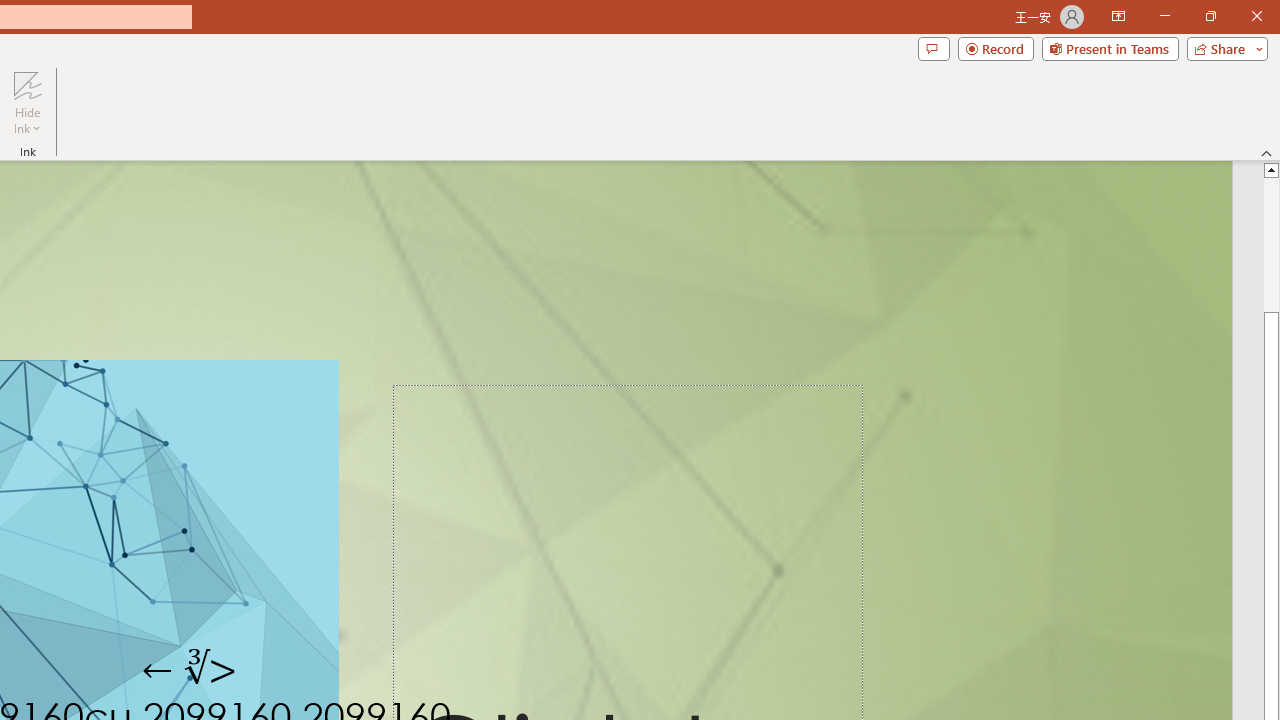 Image resolution: width=1280 pixels, height=720 pixels. Describe the element at coordinates (1117, 16) in the screenshot. I see `'Ribbon Display Options'` at that location.